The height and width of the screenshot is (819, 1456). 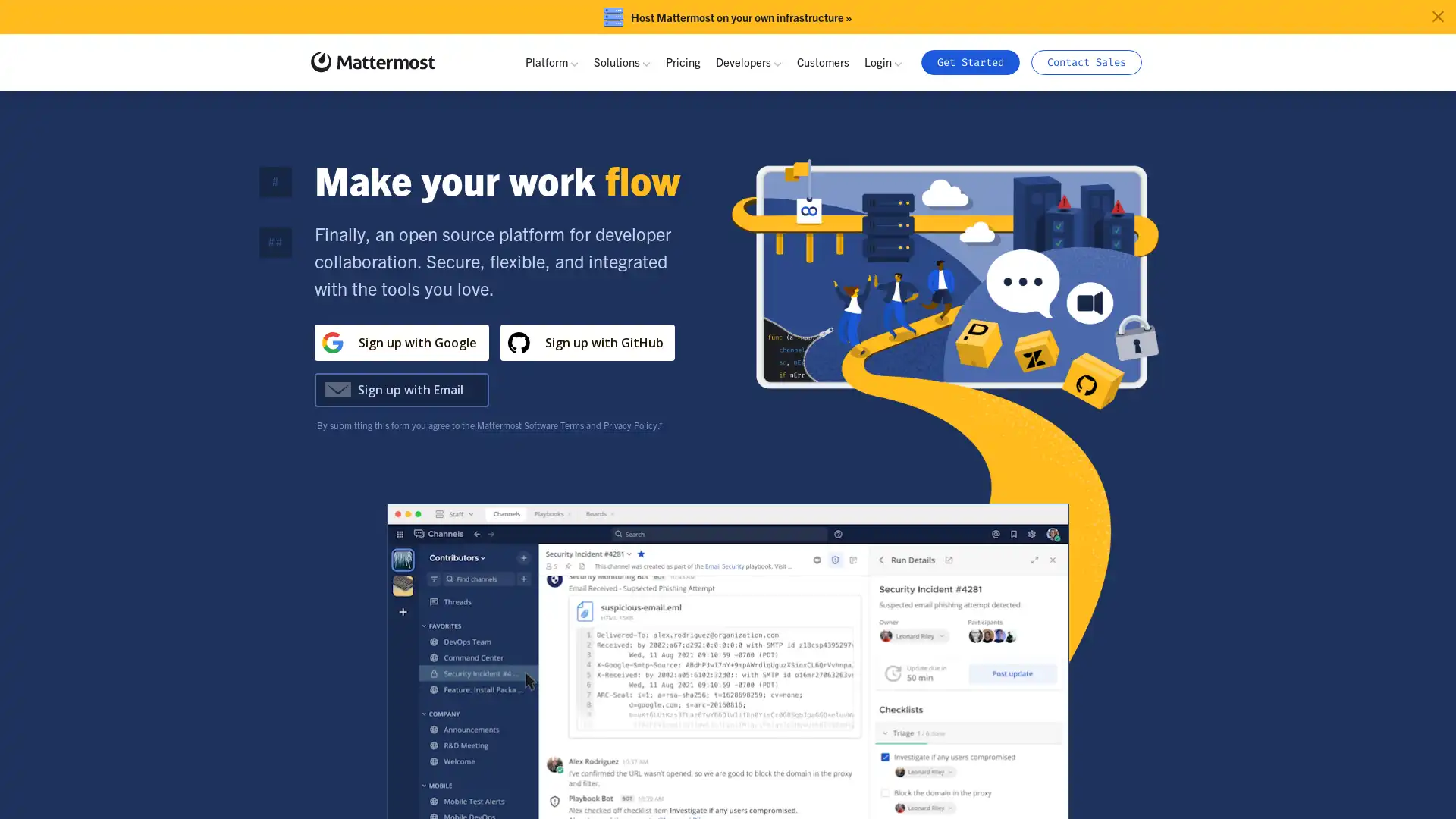 What do you see at coordinates (585, 342) in the screenshot?
I see `Sign up with GitHub` at bounding box center [585, 342].